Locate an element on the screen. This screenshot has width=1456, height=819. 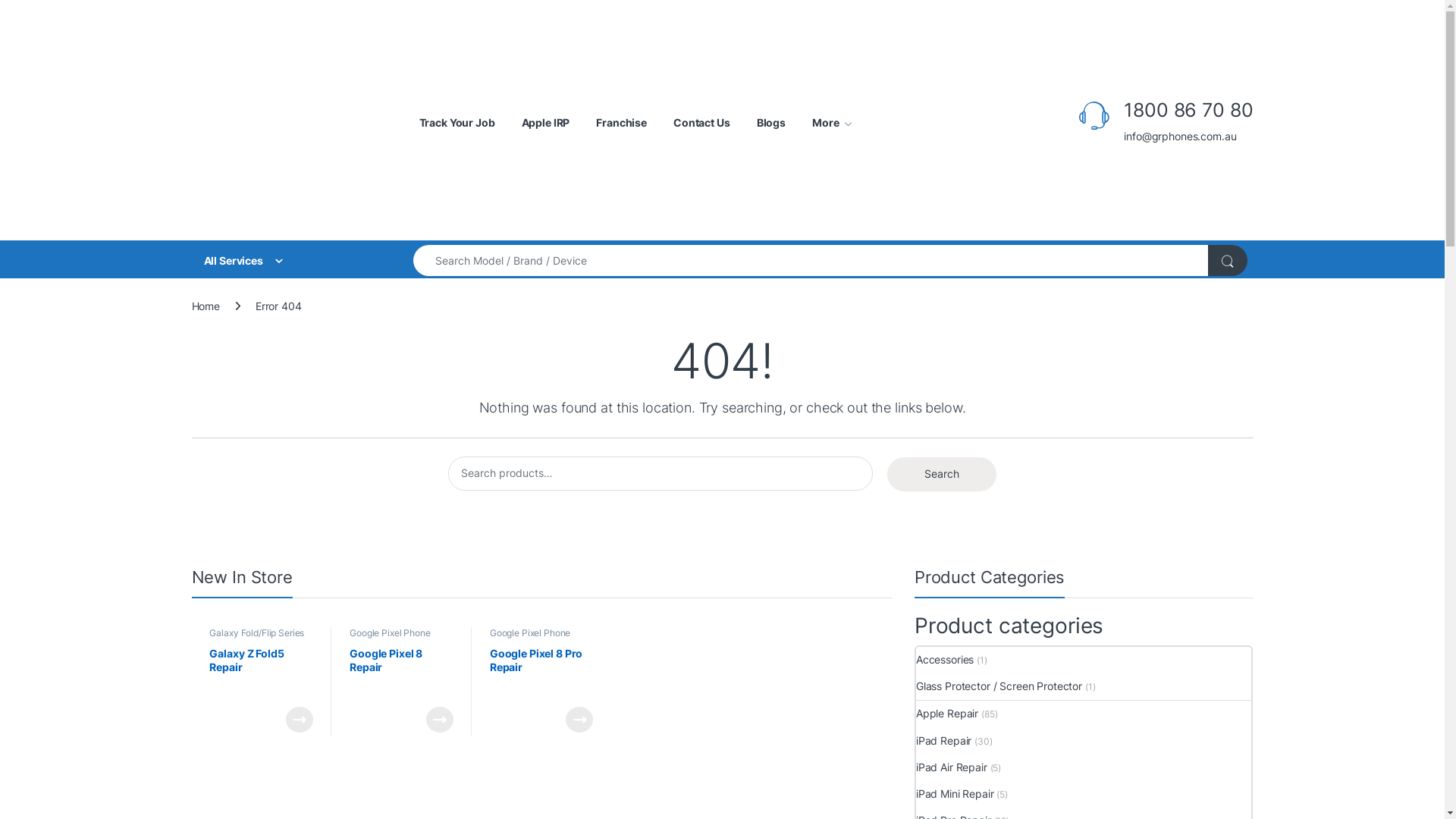
'Google Pixel Phone Repair' is located at coordinates (530, 637).